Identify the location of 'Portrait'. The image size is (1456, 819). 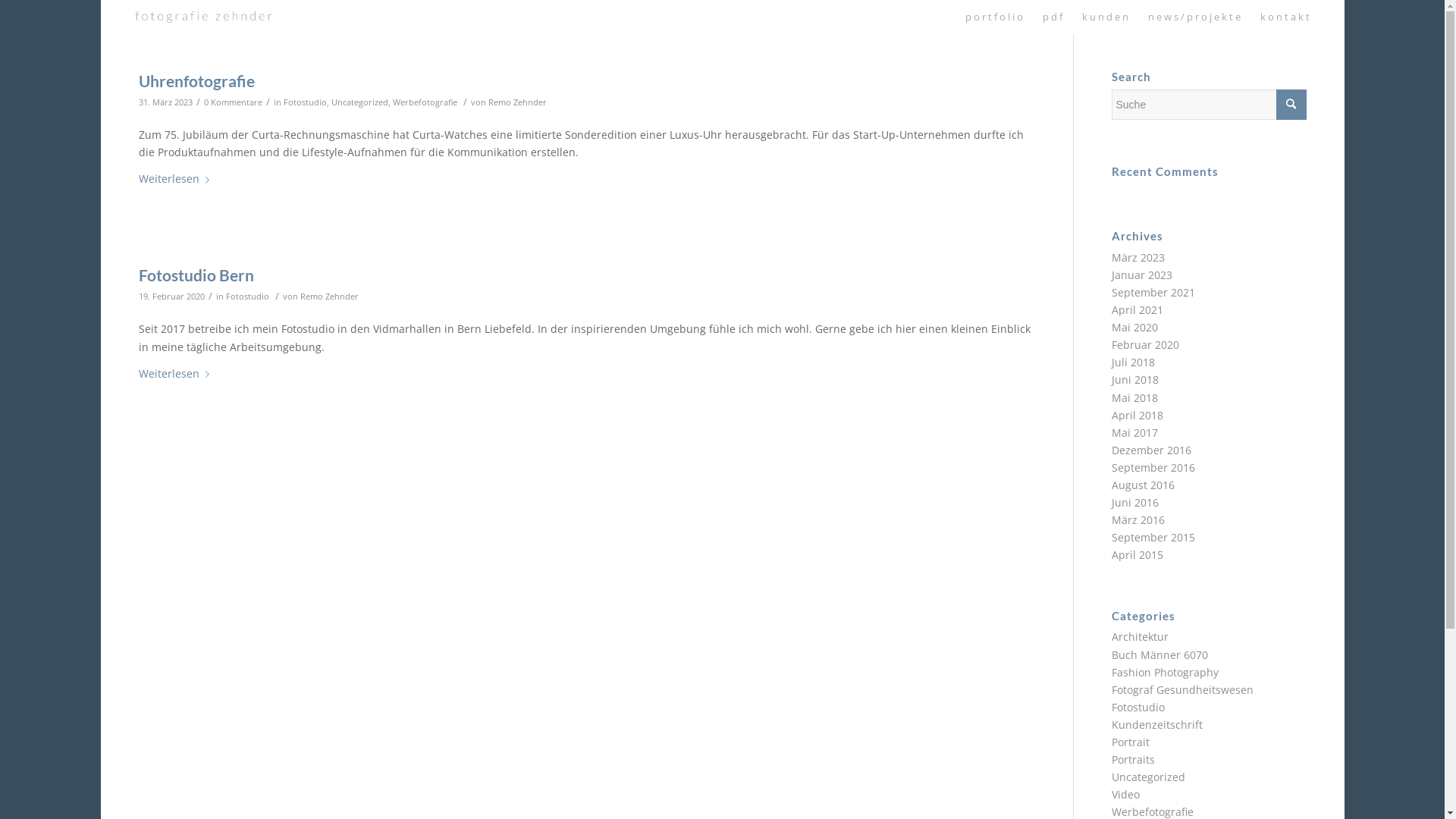
(1131, 741).